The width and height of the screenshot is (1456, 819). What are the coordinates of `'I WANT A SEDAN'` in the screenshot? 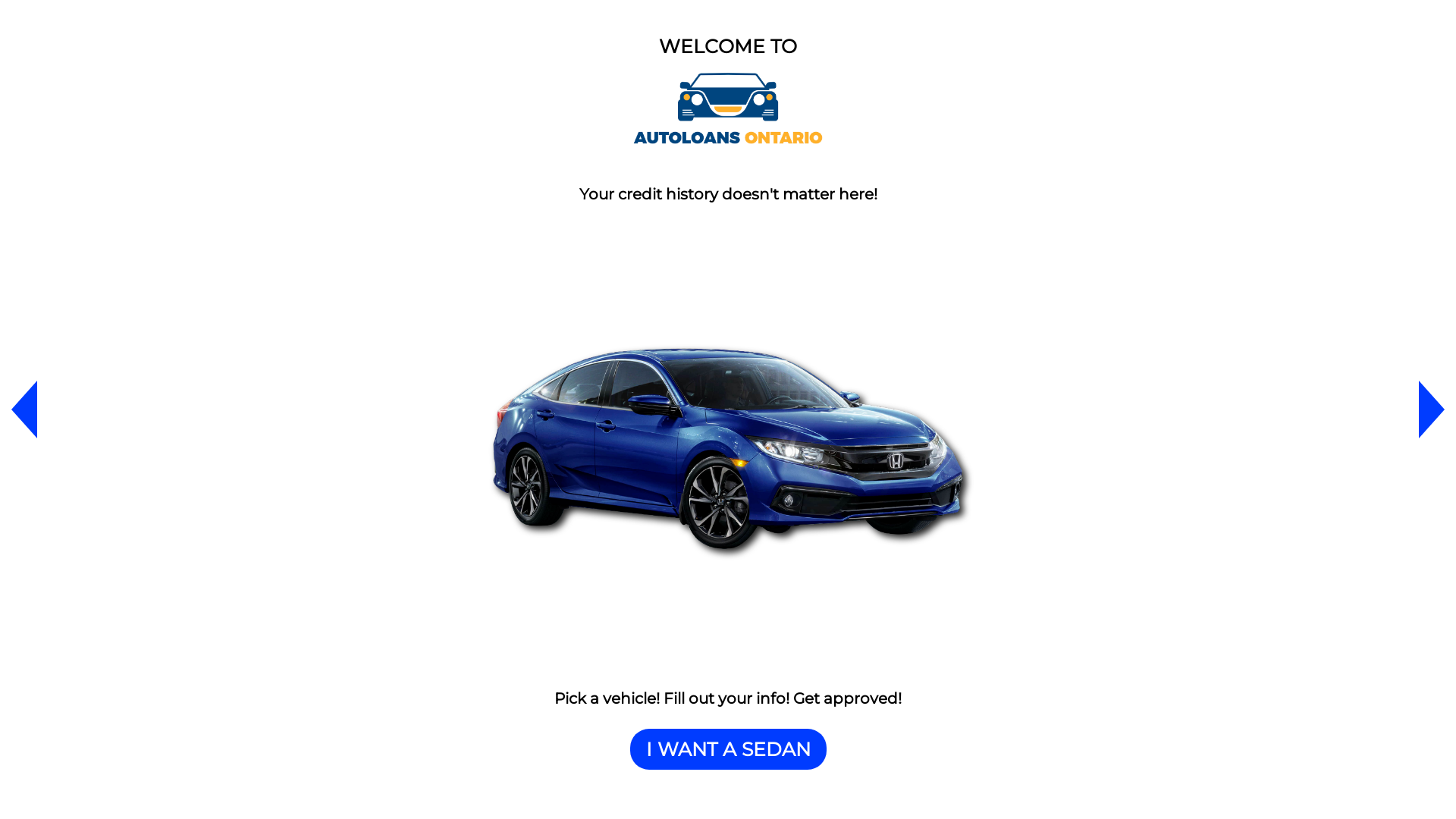 It's located at (726, 748).